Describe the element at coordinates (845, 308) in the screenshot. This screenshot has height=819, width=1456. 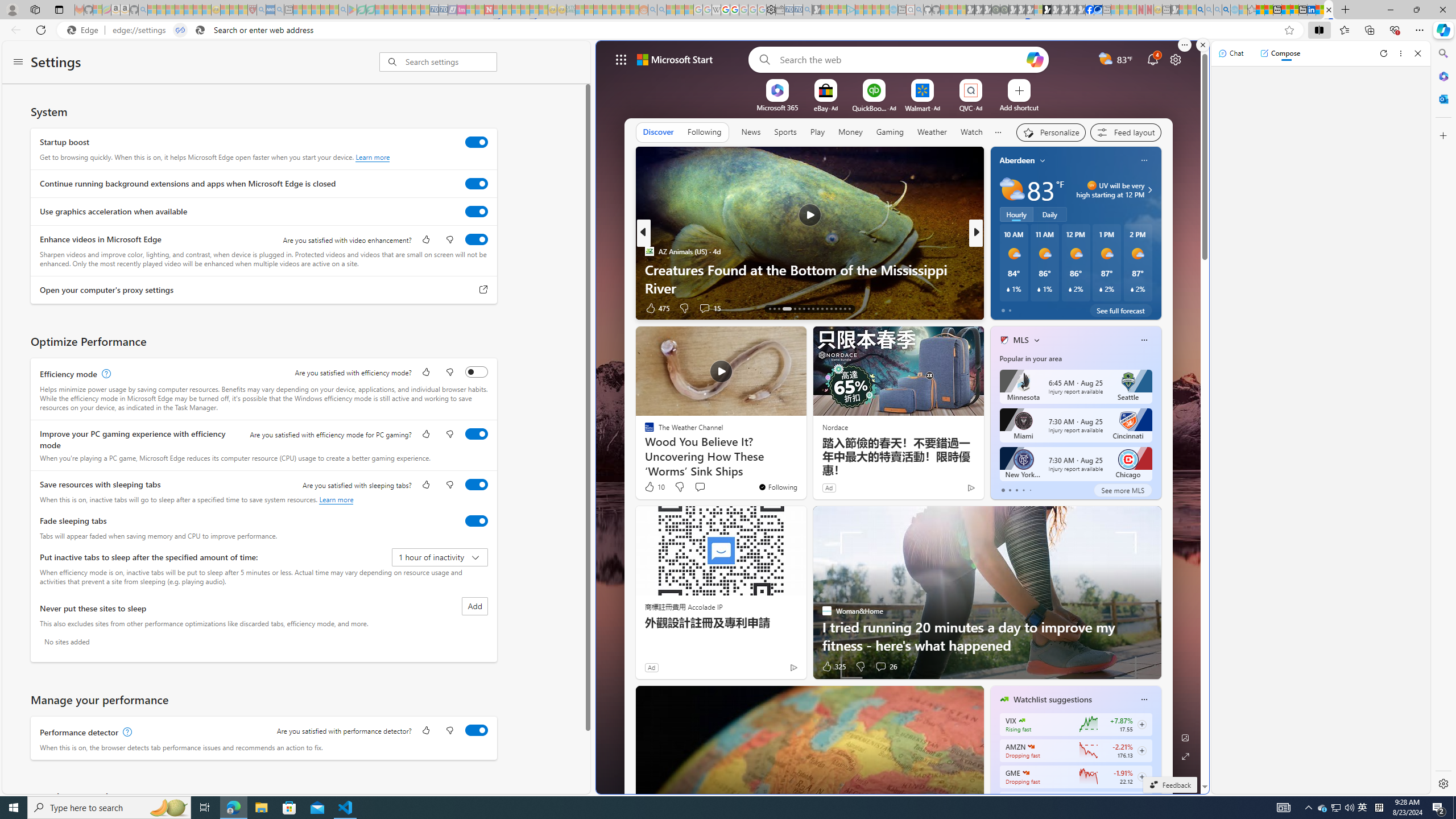
I see `'AutomationID: tab-28'` at that location.